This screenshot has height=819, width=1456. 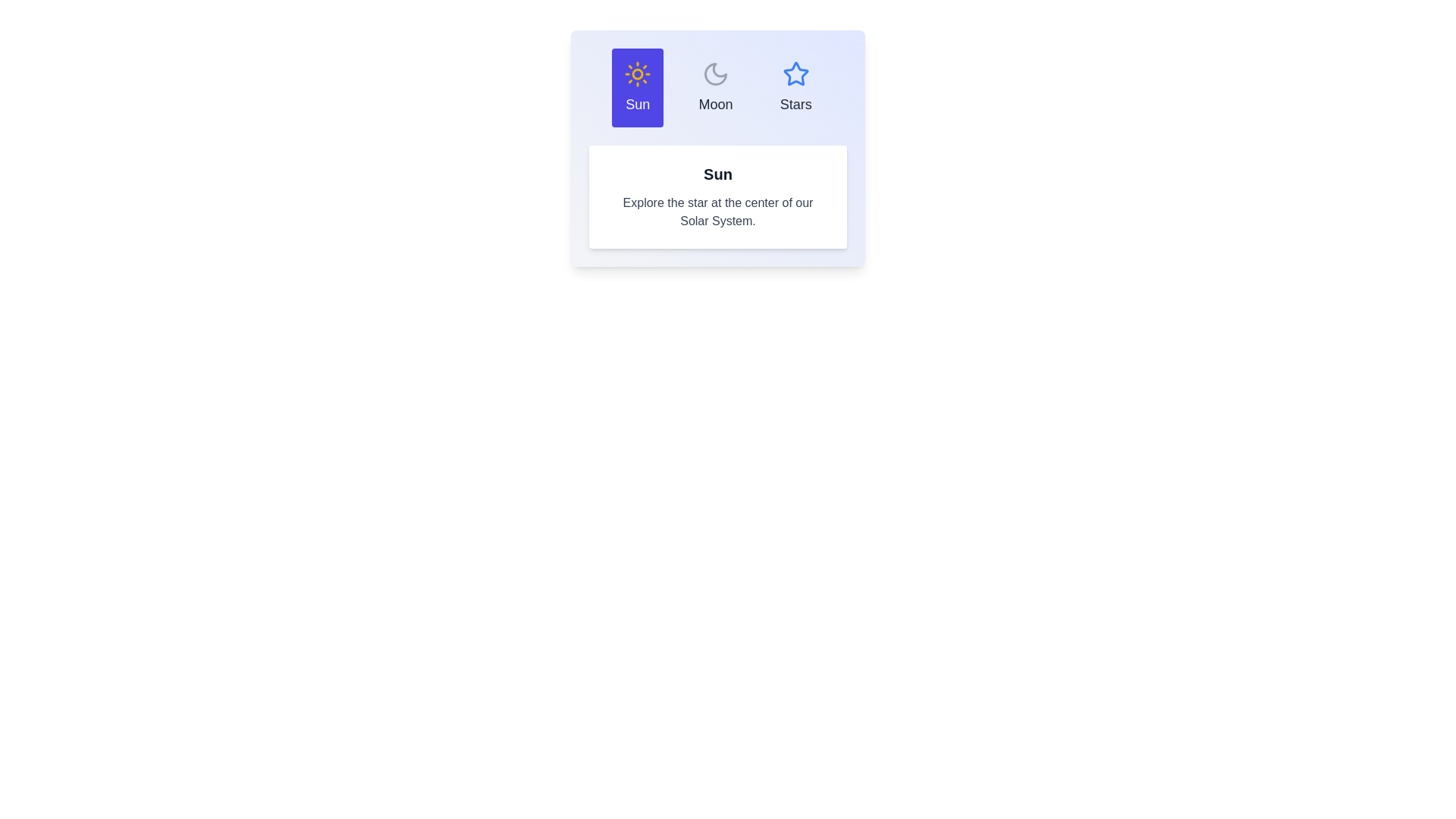 I want to click on the tab corresponding to Stars to view its associated information, so click(x=795, y=87).